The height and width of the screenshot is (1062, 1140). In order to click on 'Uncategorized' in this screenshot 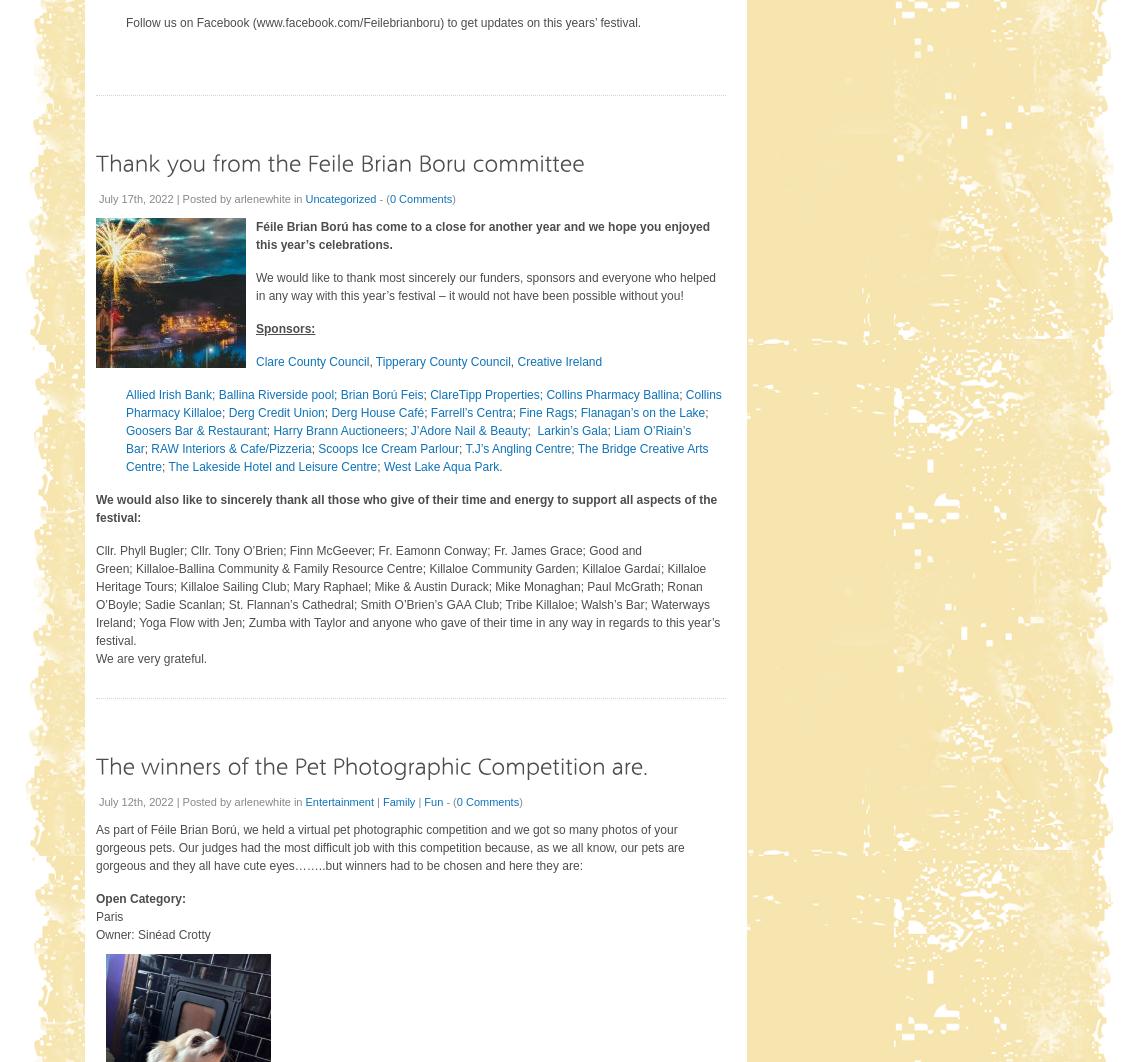, I will do `click(340, 199)`.